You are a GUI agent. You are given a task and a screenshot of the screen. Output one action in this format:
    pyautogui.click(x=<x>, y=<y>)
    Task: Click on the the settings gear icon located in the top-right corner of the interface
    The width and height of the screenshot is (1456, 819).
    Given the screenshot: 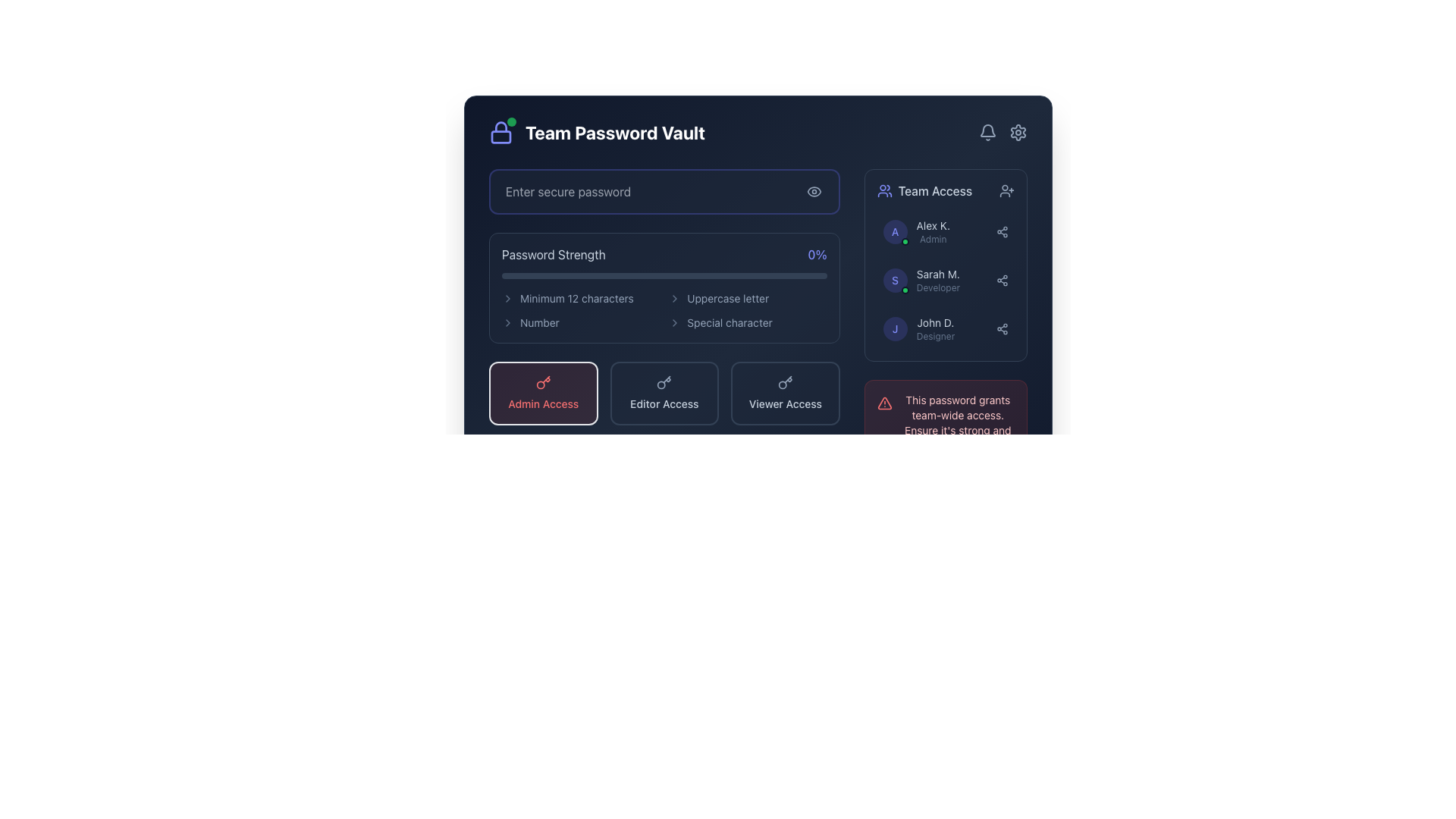 What is the action you would take?
    pyautogui.click(x=1018, y=131)
    